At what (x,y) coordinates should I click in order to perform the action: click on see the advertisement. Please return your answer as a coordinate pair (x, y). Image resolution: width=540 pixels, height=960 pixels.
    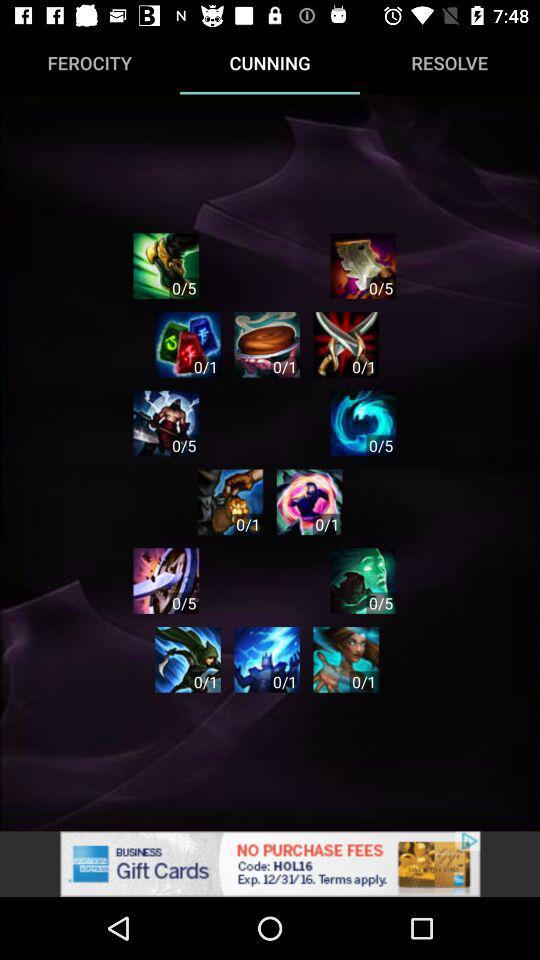
    Looking at the image, I should click on (270, 863).